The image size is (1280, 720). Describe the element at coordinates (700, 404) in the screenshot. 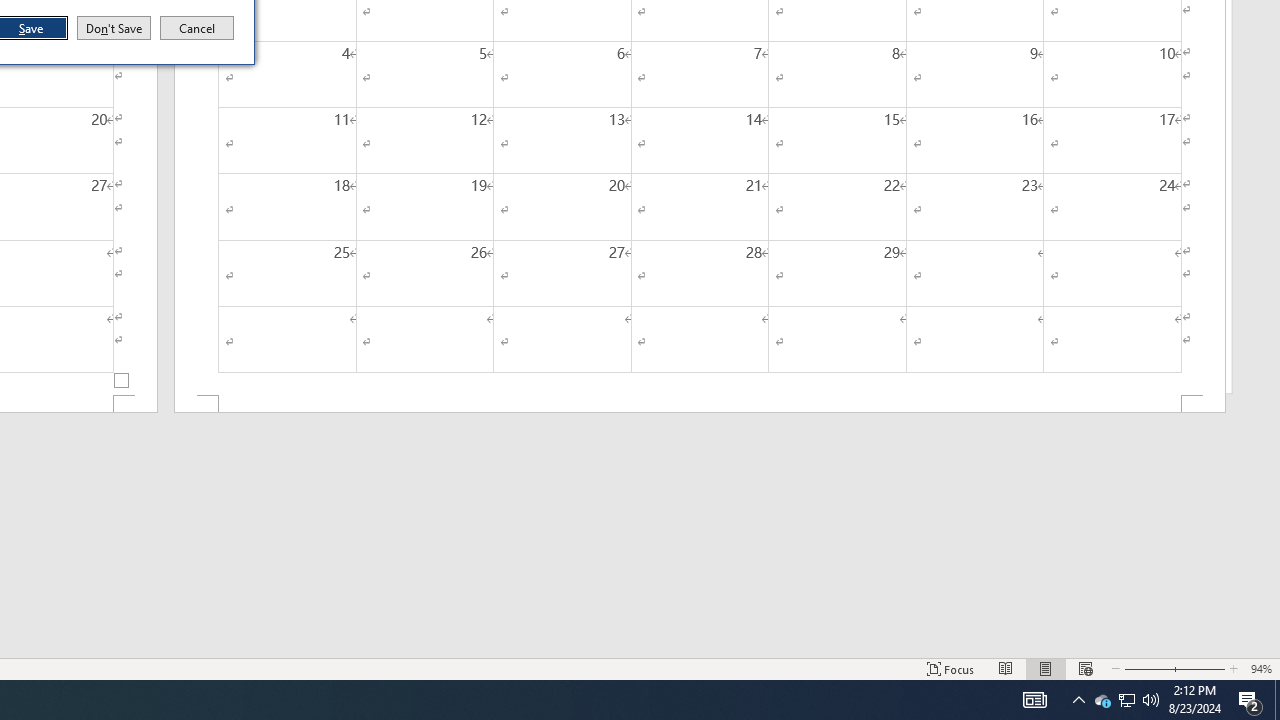

I see `'Footer -Section 2-'` at that location.